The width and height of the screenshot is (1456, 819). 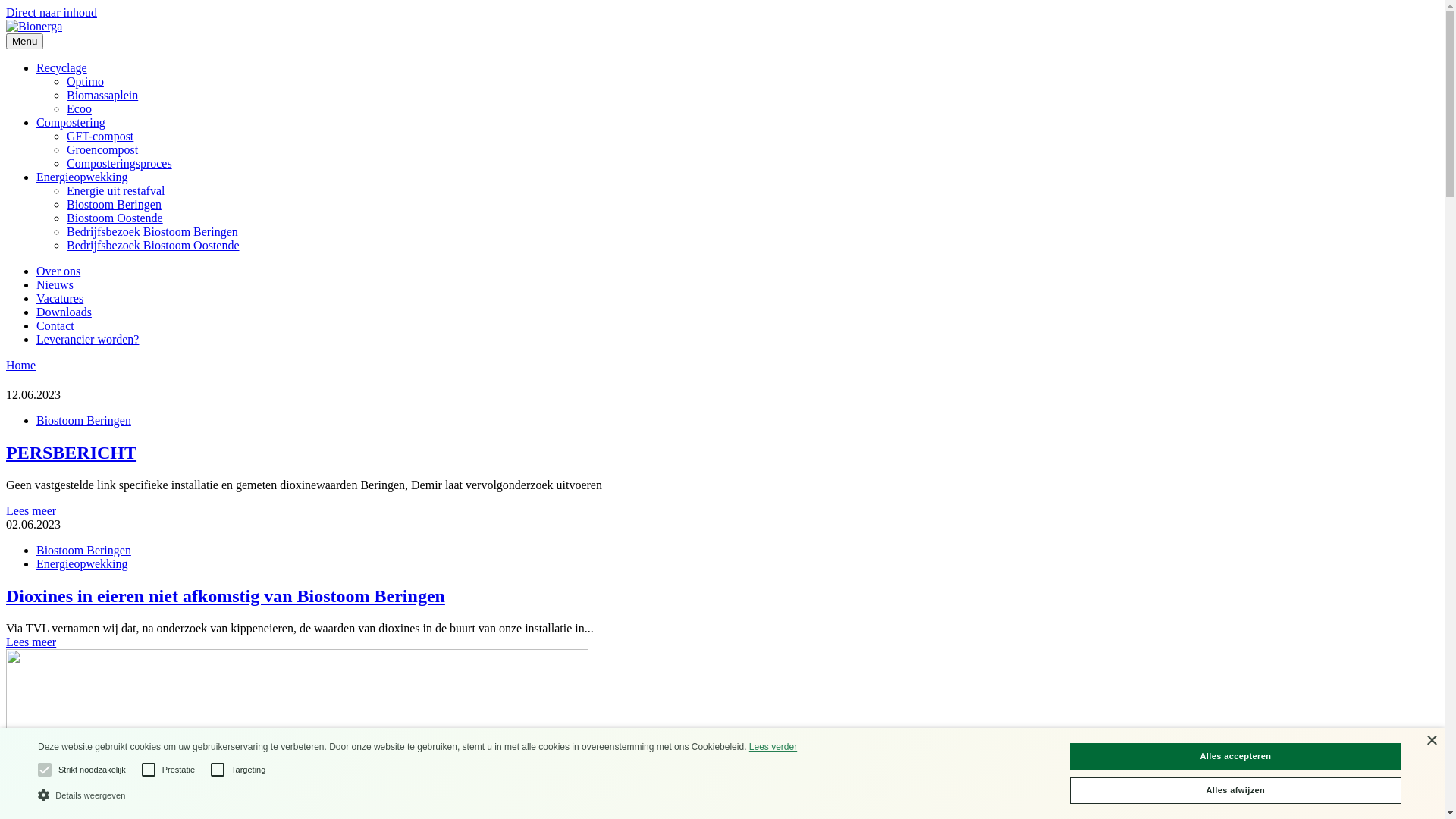 I want to click on 'Contact', so click(x=55, y=325).